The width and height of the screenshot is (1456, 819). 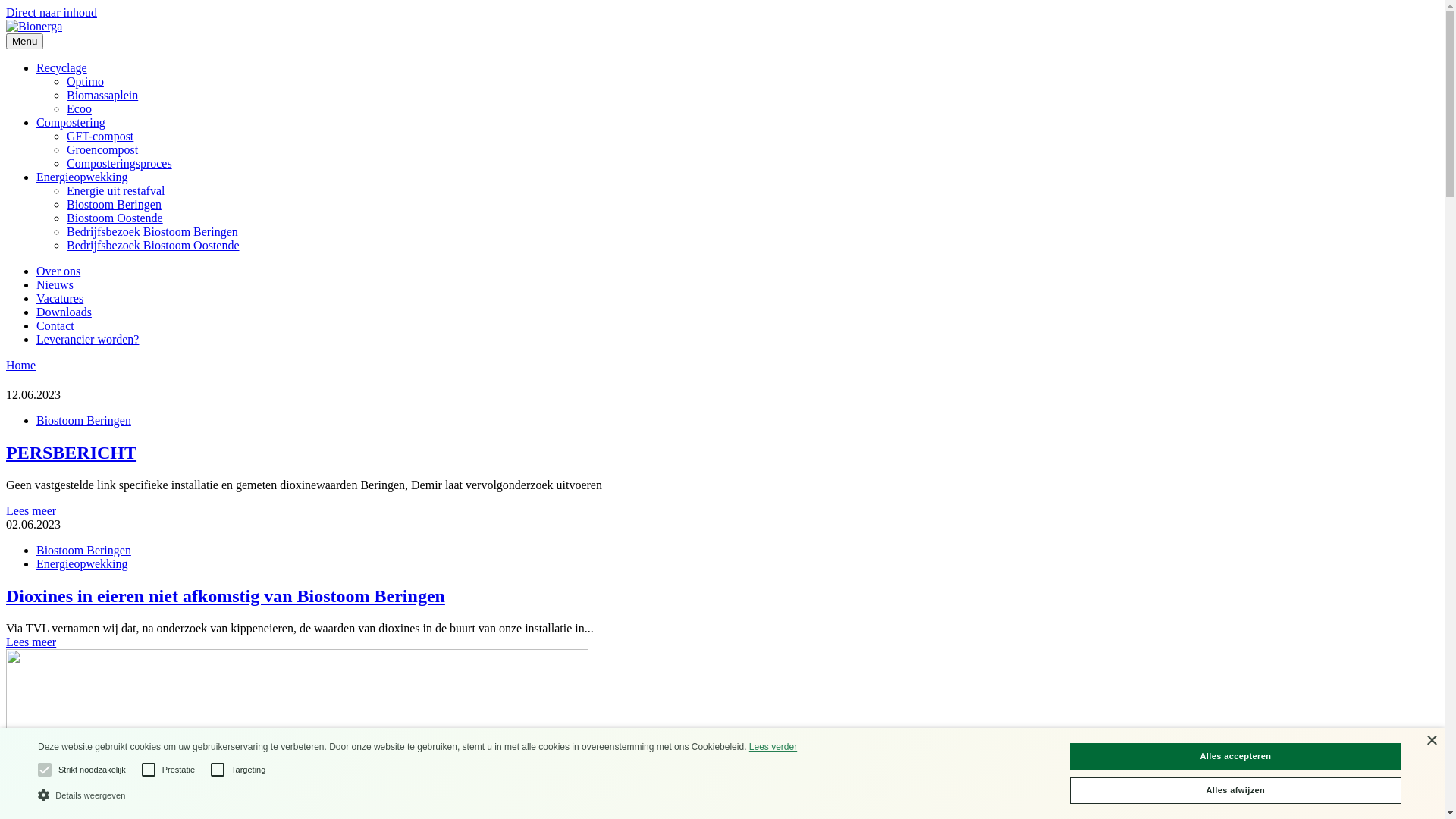 I want to click on 'Contact', so click(x=55, y=325).